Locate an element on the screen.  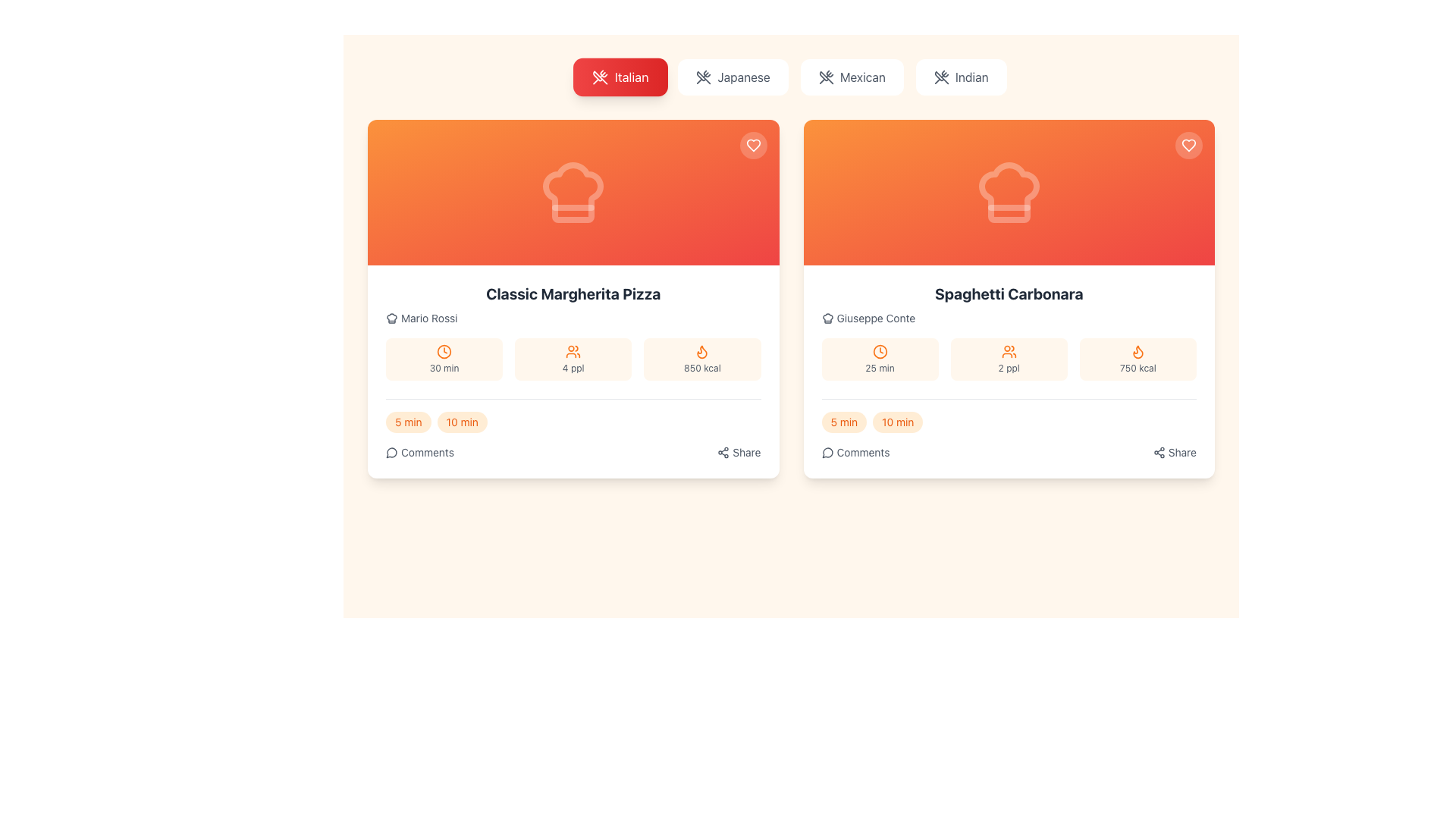
the static textual label displaying the calorie value for the dish 'Spaghetti Carbonara', located at the bottom right section of the card, below the flame icon is located at coordinates (1137, 369).